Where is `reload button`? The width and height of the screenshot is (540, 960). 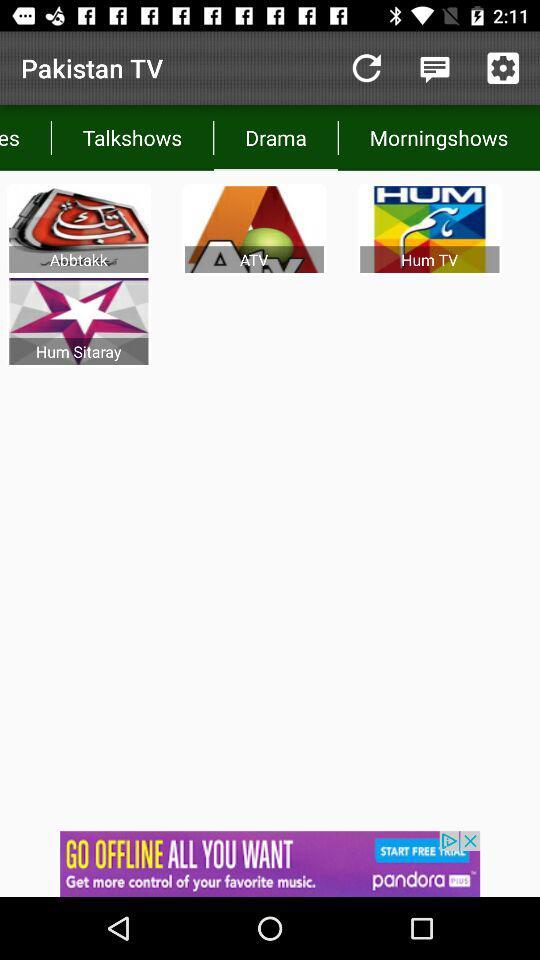
reload button is located at coordinates (365, 68).